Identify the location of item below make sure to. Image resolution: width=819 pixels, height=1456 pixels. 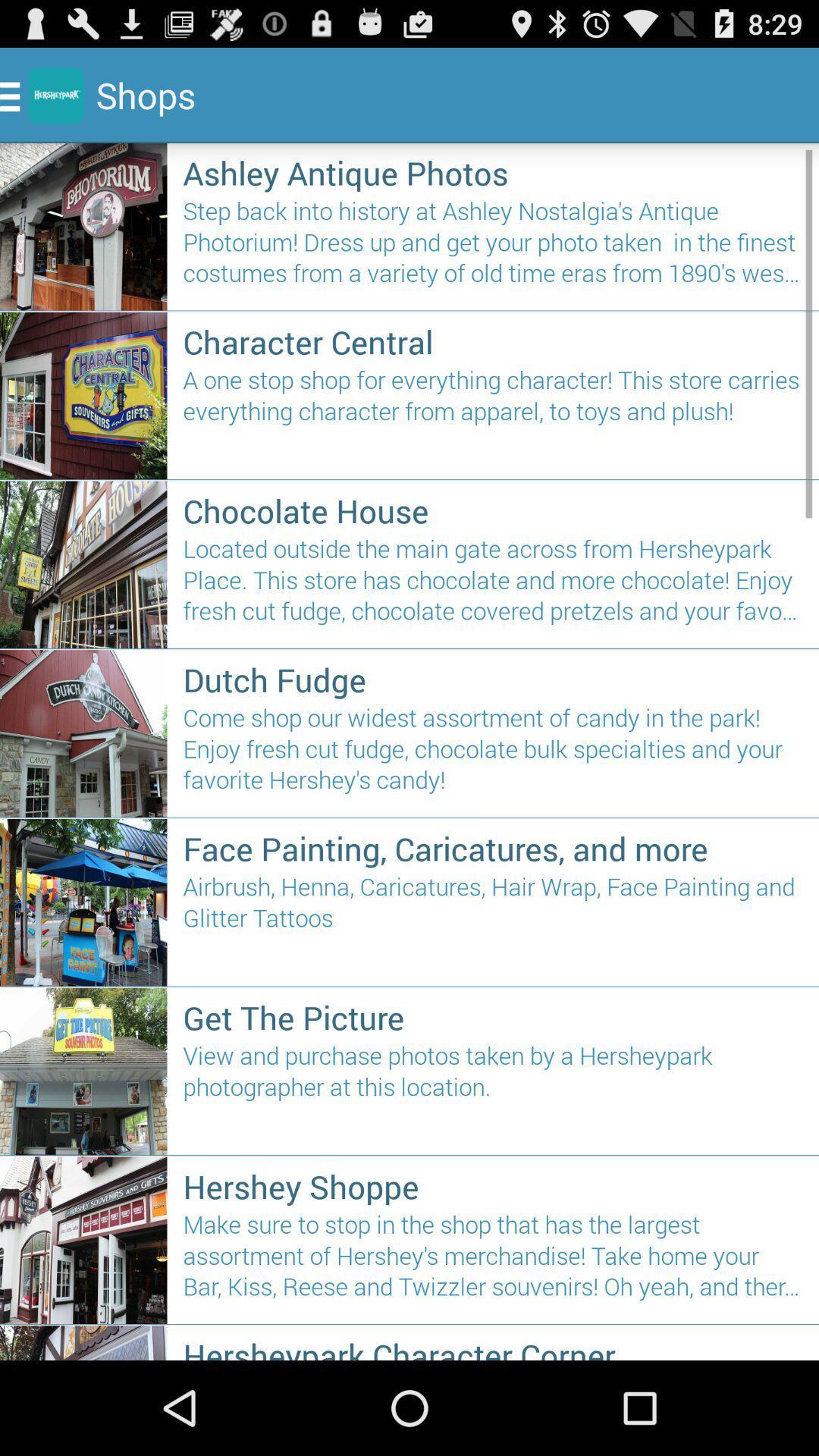
(493, 1347).